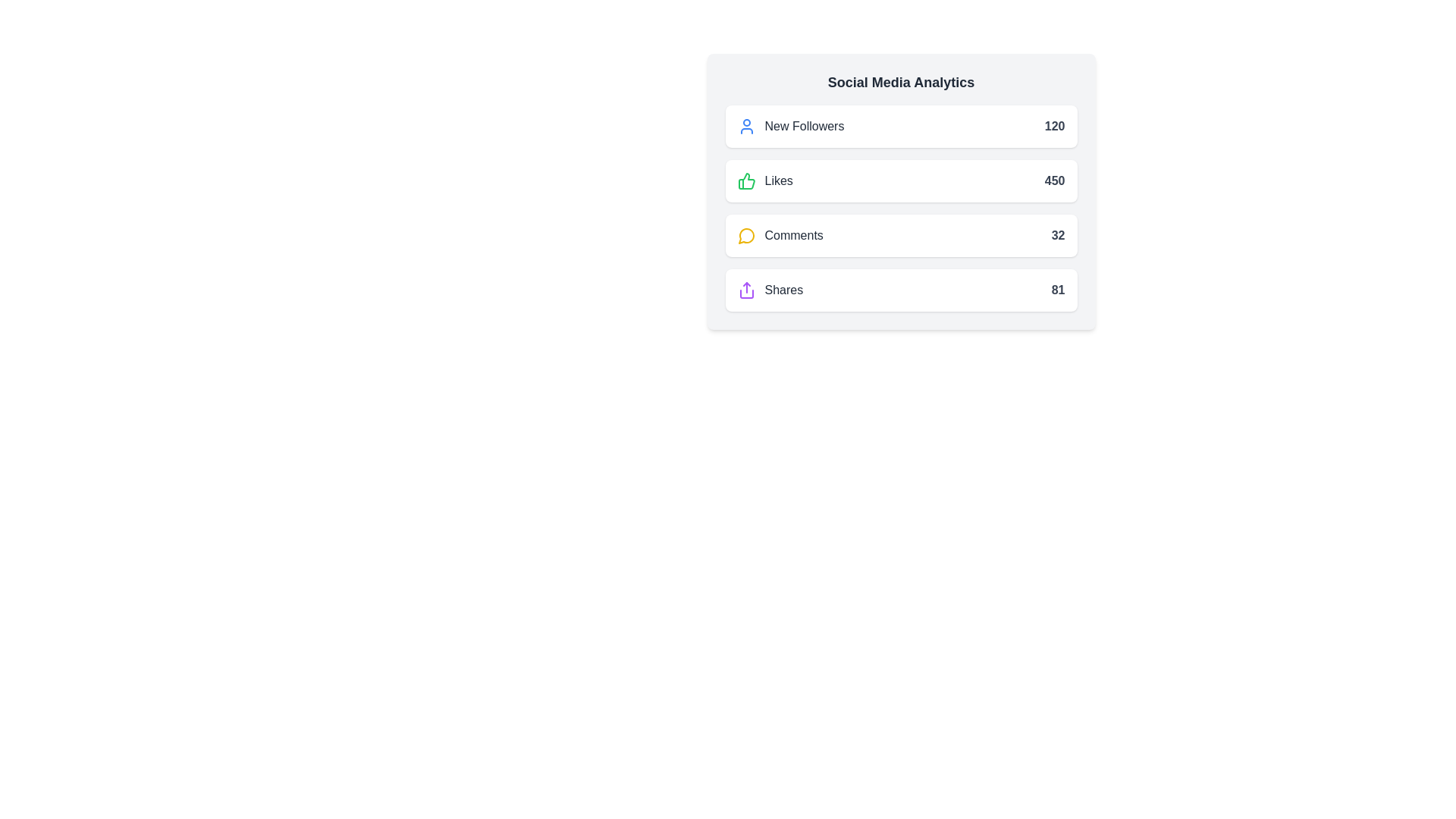 The height and width of the screenshot is (819, 1456). Describe the element at coordinates (746, 125) in the screenshot. I see `the 'New Followers' icon, which is the first item in the horizontally arranged group located to the left of the text 'New Followers' in the 'Social Media Analytics' section` at that location.